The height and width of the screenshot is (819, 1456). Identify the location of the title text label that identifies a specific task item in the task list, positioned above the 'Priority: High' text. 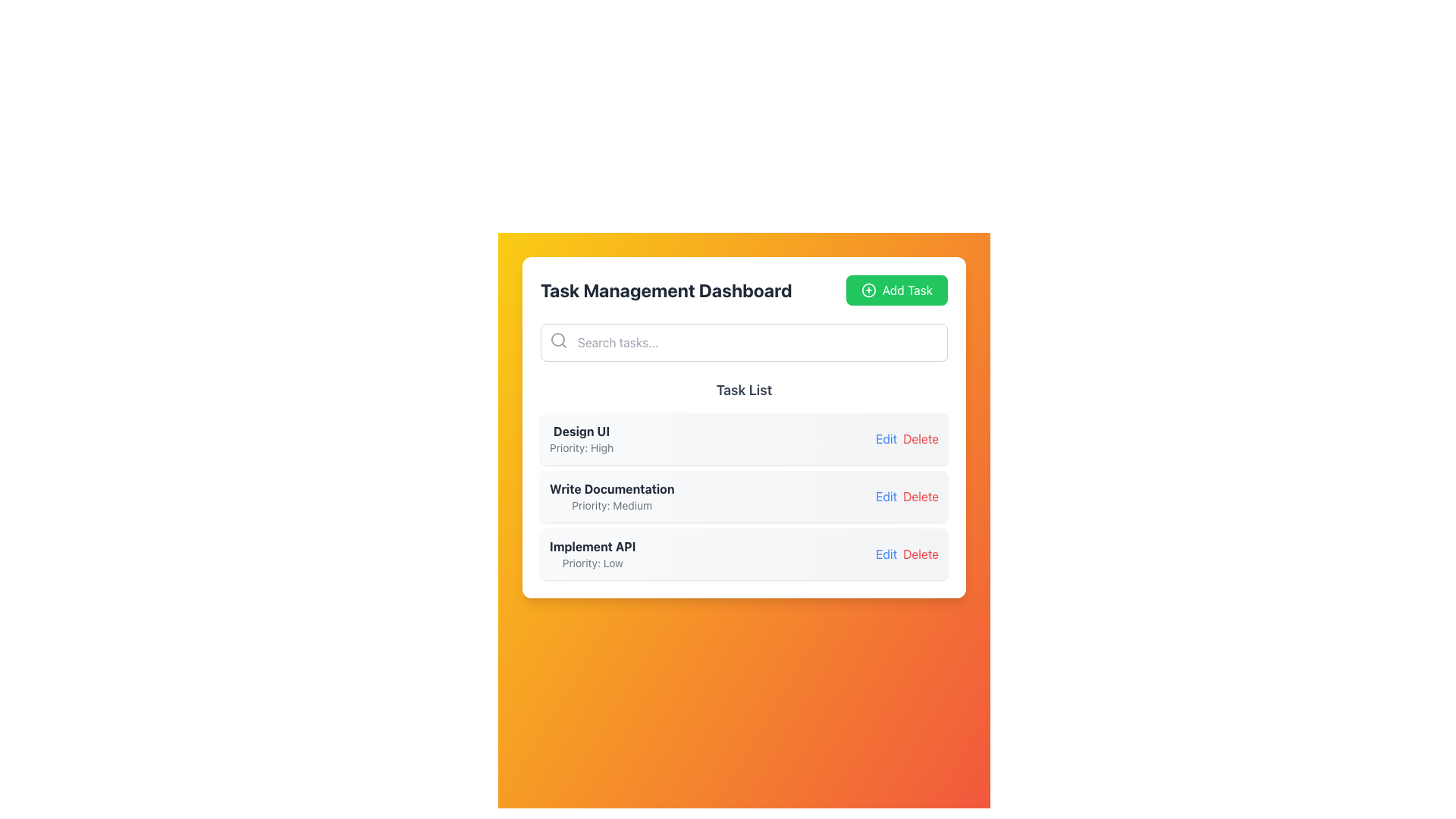
(581, 431).